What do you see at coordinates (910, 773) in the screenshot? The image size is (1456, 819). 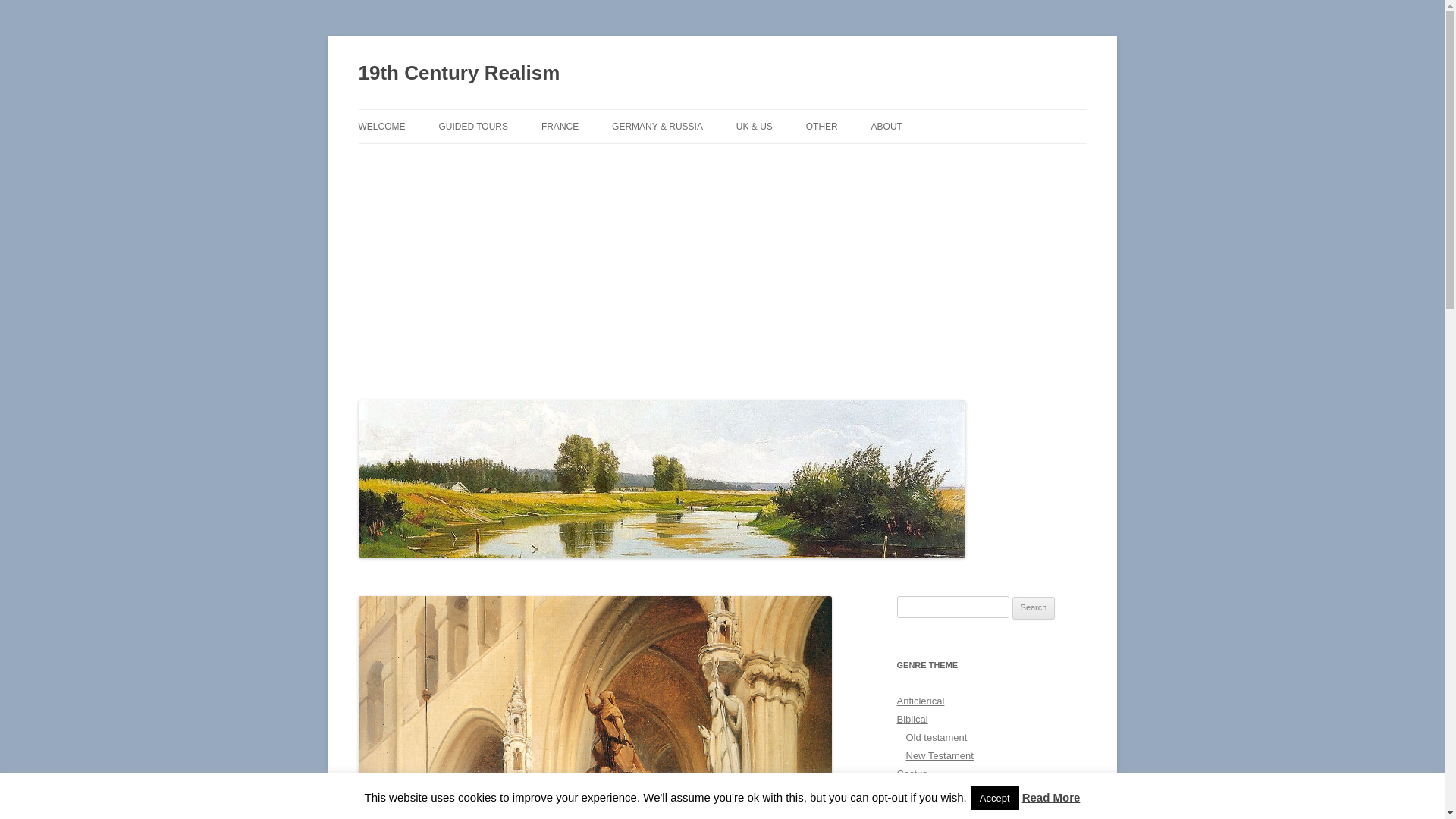 I see `'Cactus'` at bounding box center [910, 773].